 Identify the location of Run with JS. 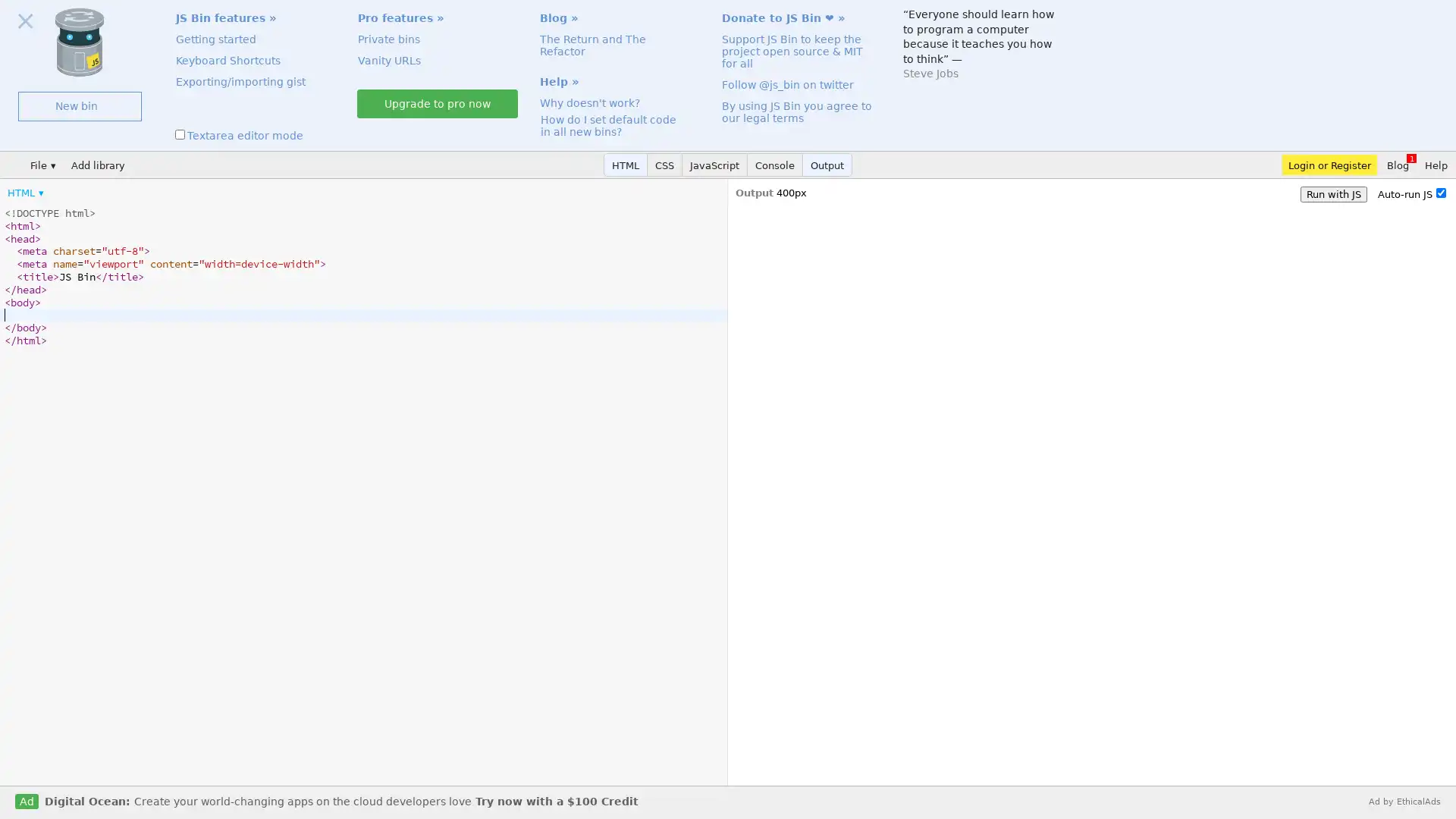
(1332, 193).